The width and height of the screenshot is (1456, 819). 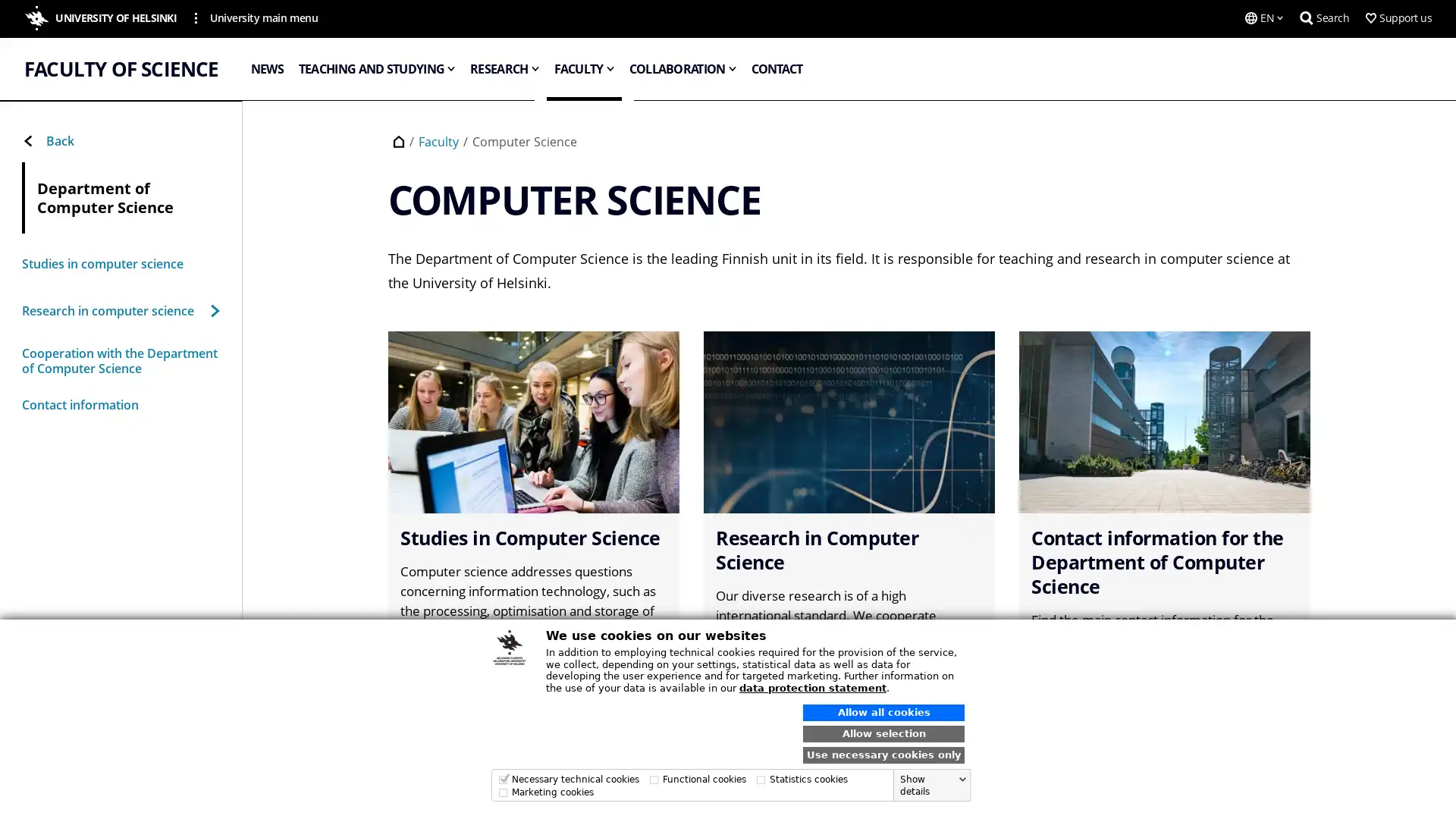 What do you see at coordinates (681, 69) in the screenshot?
I see `COLLABORATION` at bounding box center [681, 69].